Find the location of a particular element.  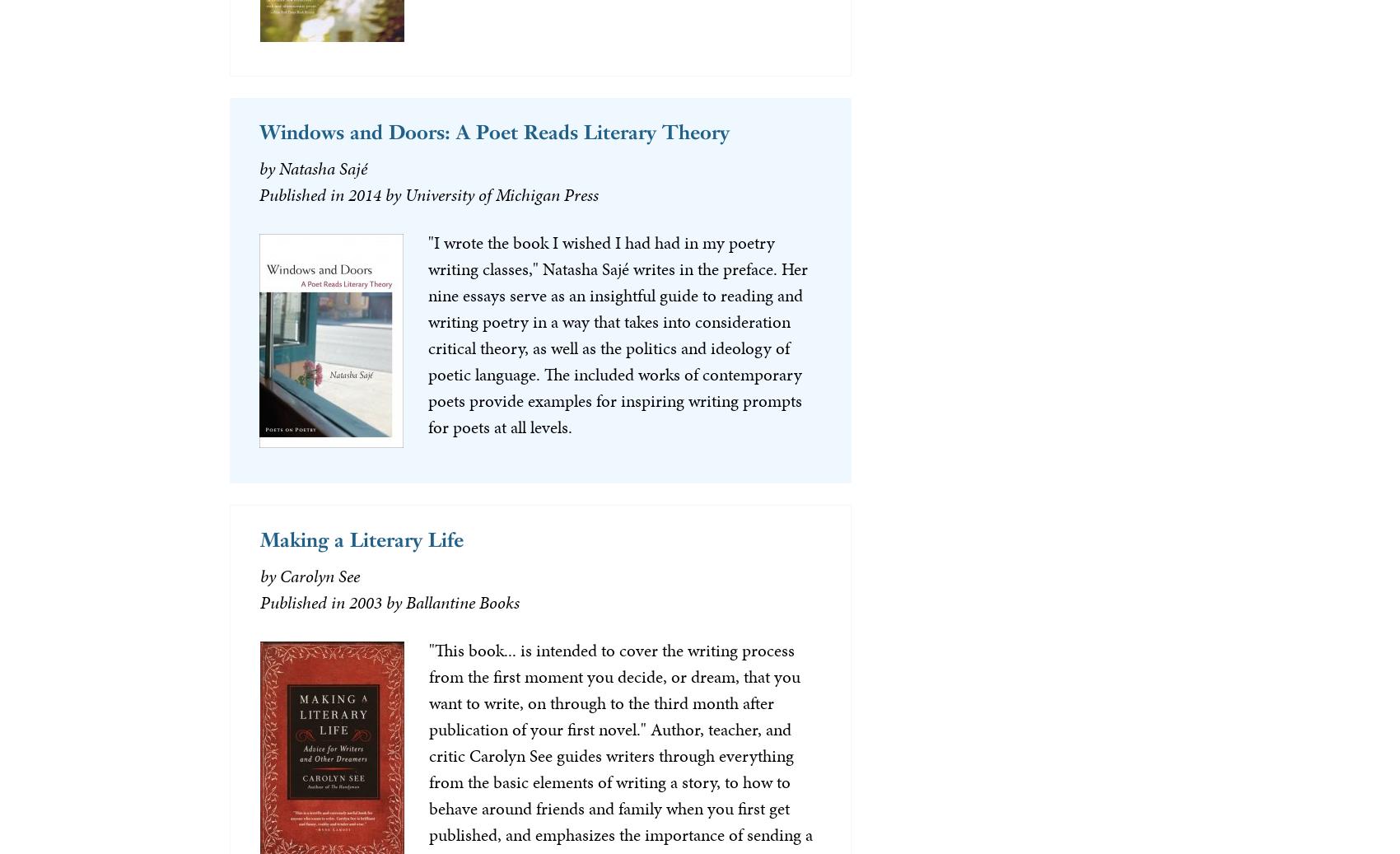

'"I wrote the book I wished I had had in my poetry writing classes," Natasha Sajé writes in the preface. Her nine essays serve as an insightful guide to reading and writing poetry in a way that takes into consideration critical theory, as well as the politics and ideology of poetic language. The included works of contemporary poets provide examples for inspiring writing prompts for poets at all levels.' is located at coordinates (427, 333).